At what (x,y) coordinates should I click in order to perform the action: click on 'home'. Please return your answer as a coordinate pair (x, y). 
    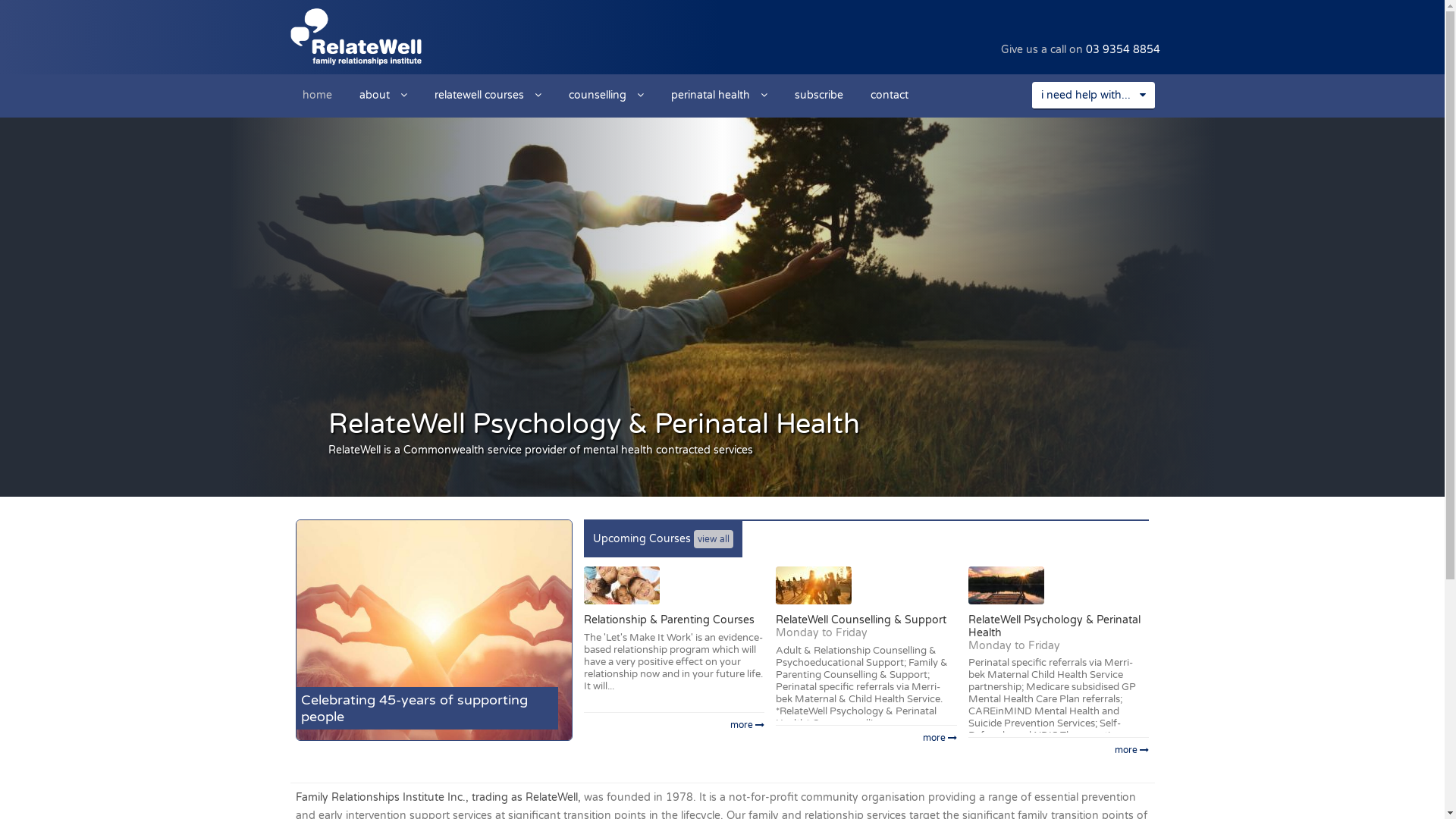
    Looking at the image, I should click on (315, 94).